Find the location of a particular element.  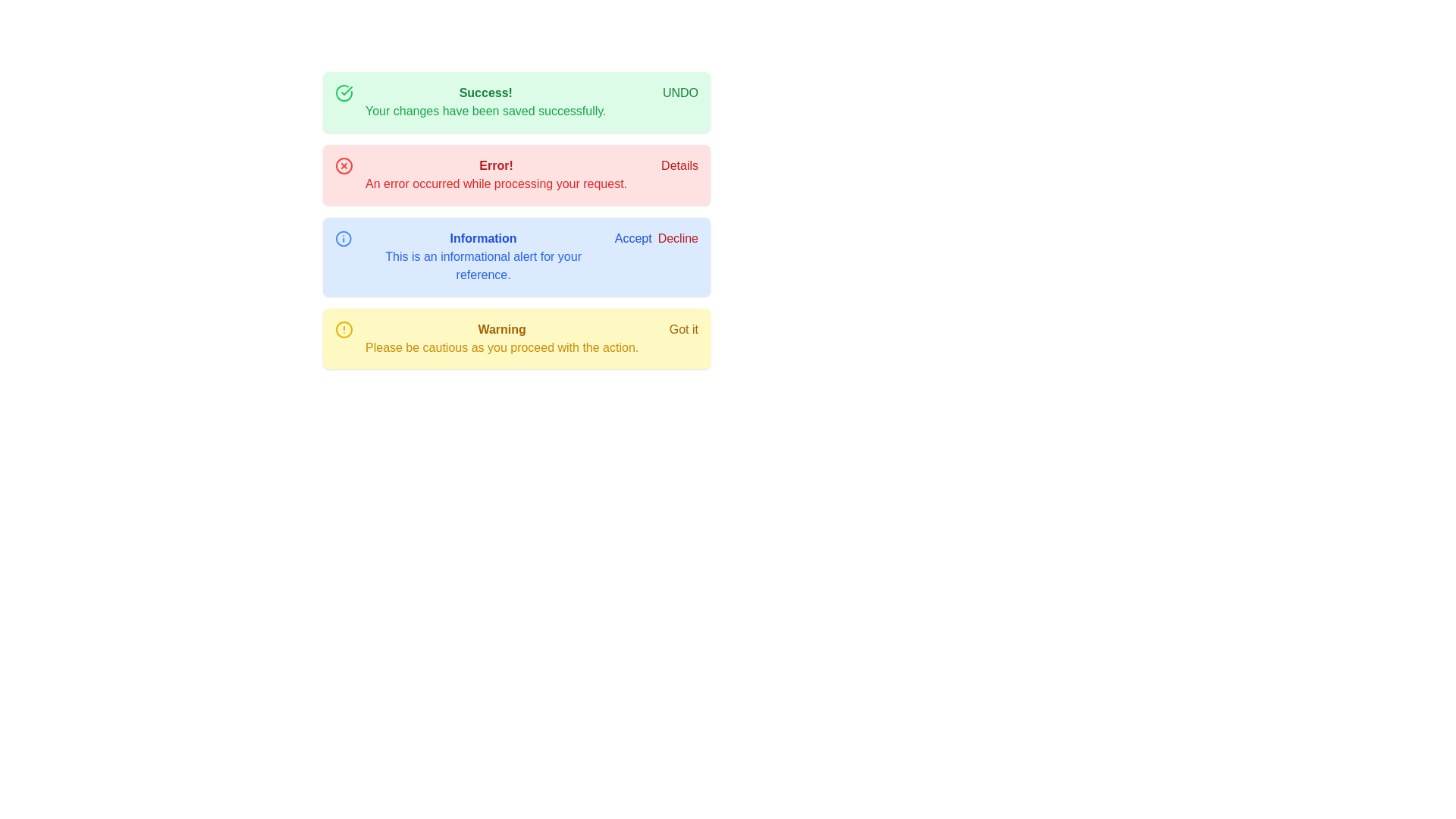

the 'Details' hyperlink styled in bold red font located is located at coordinates (679, 166).